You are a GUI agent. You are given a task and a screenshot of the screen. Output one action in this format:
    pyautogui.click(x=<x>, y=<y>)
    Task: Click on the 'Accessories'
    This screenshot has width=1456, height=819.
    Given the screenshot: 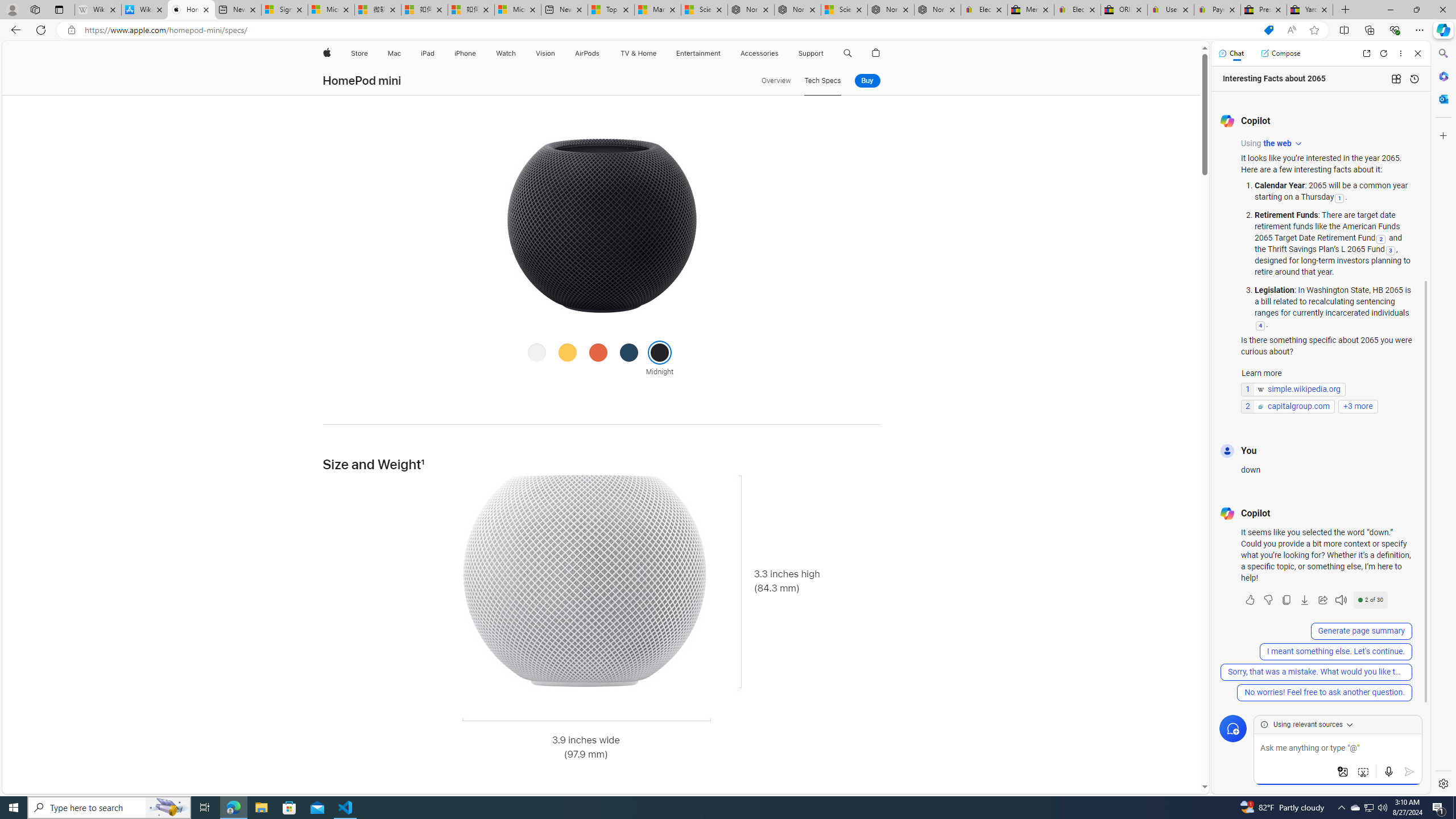 What is the action you would take?
    pyautogui.click(x=759, y=53)
    